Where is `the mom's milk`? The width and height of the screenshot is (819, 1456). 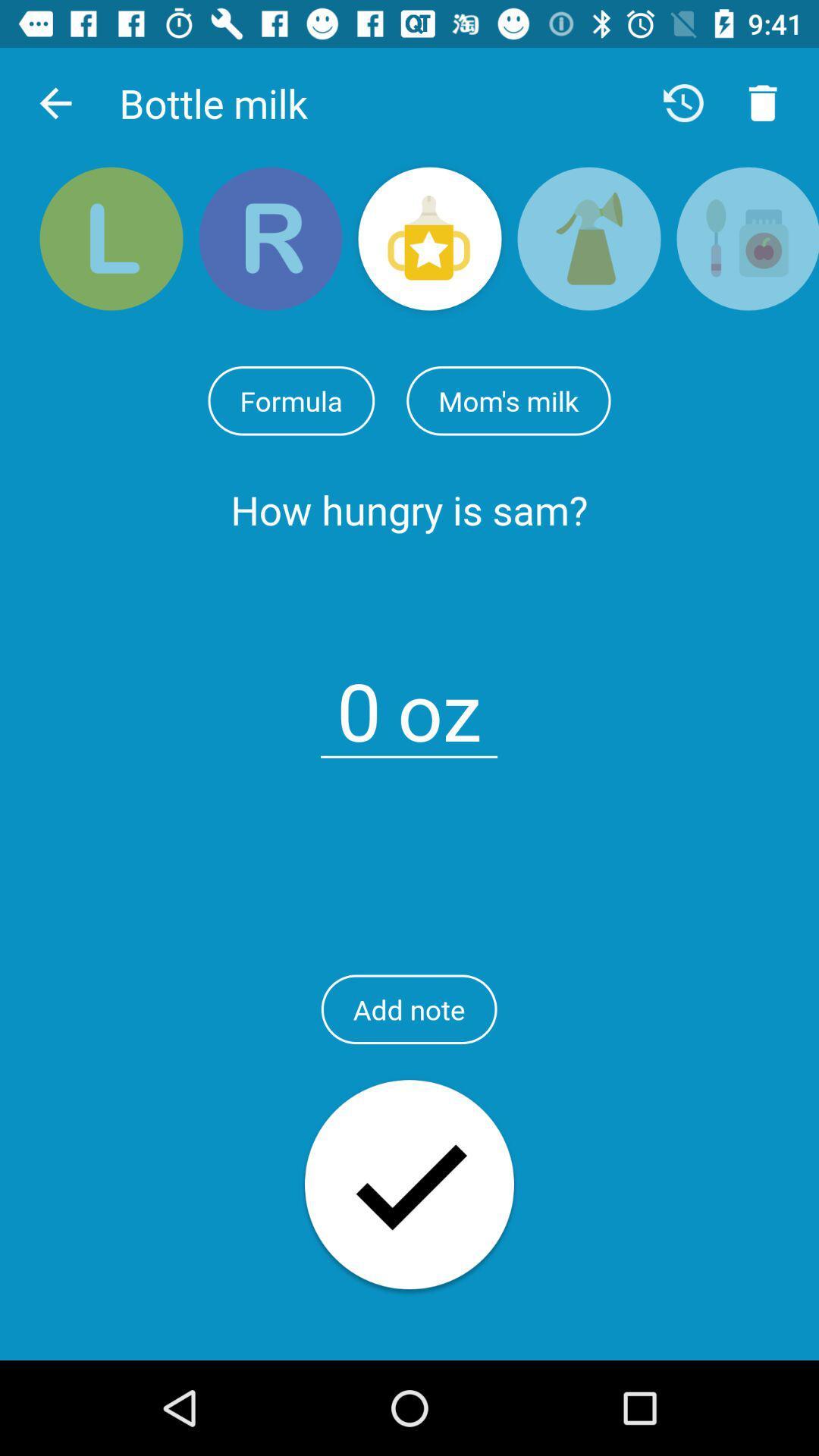
the mom's milk is located at coordinates (508, 400).